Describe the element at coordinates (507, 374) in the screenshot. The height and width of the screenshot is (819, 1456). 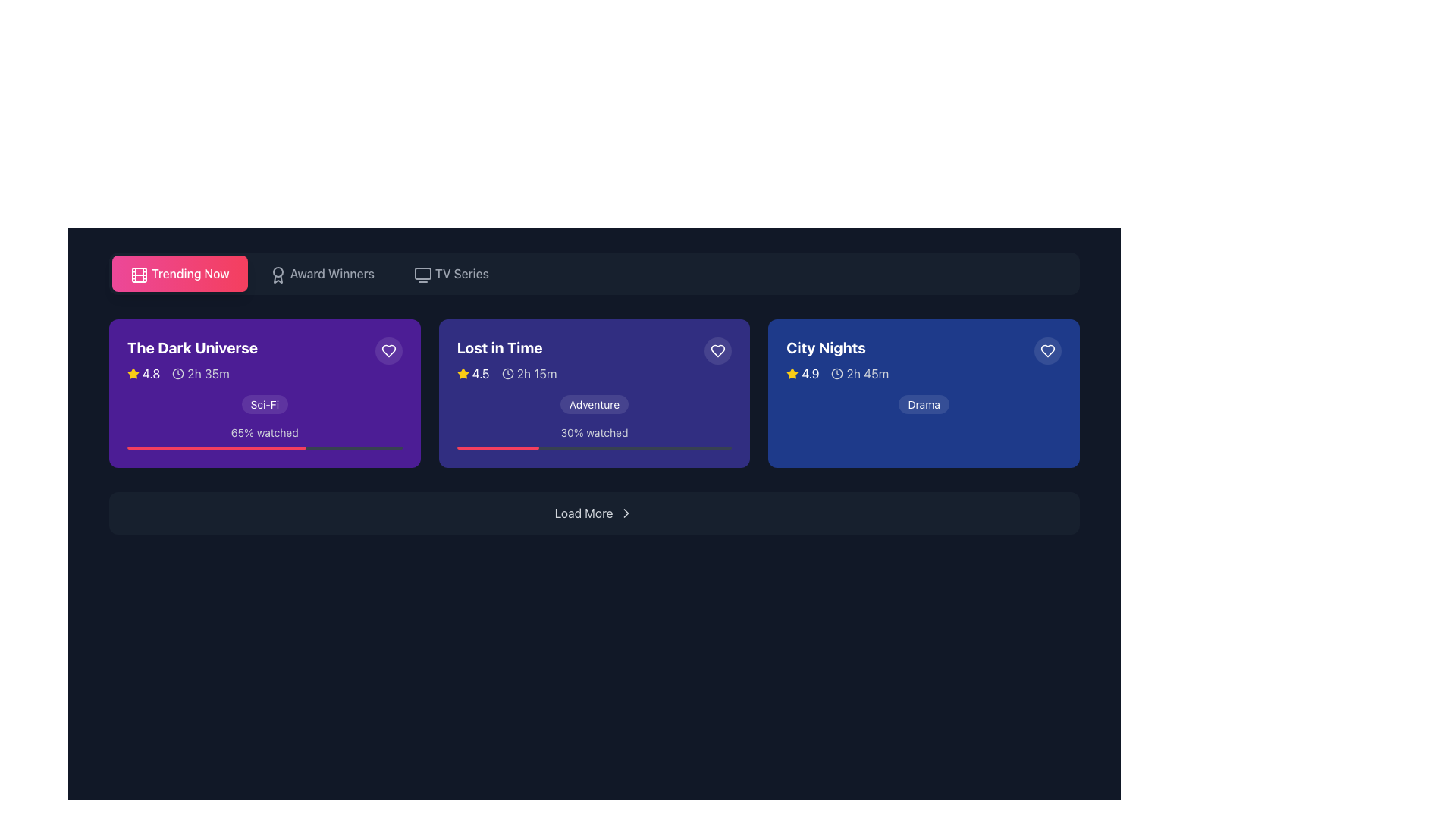
I see `the SVG Circle Component that represents time information, located in the 'Lost in Time' tab` at that location.